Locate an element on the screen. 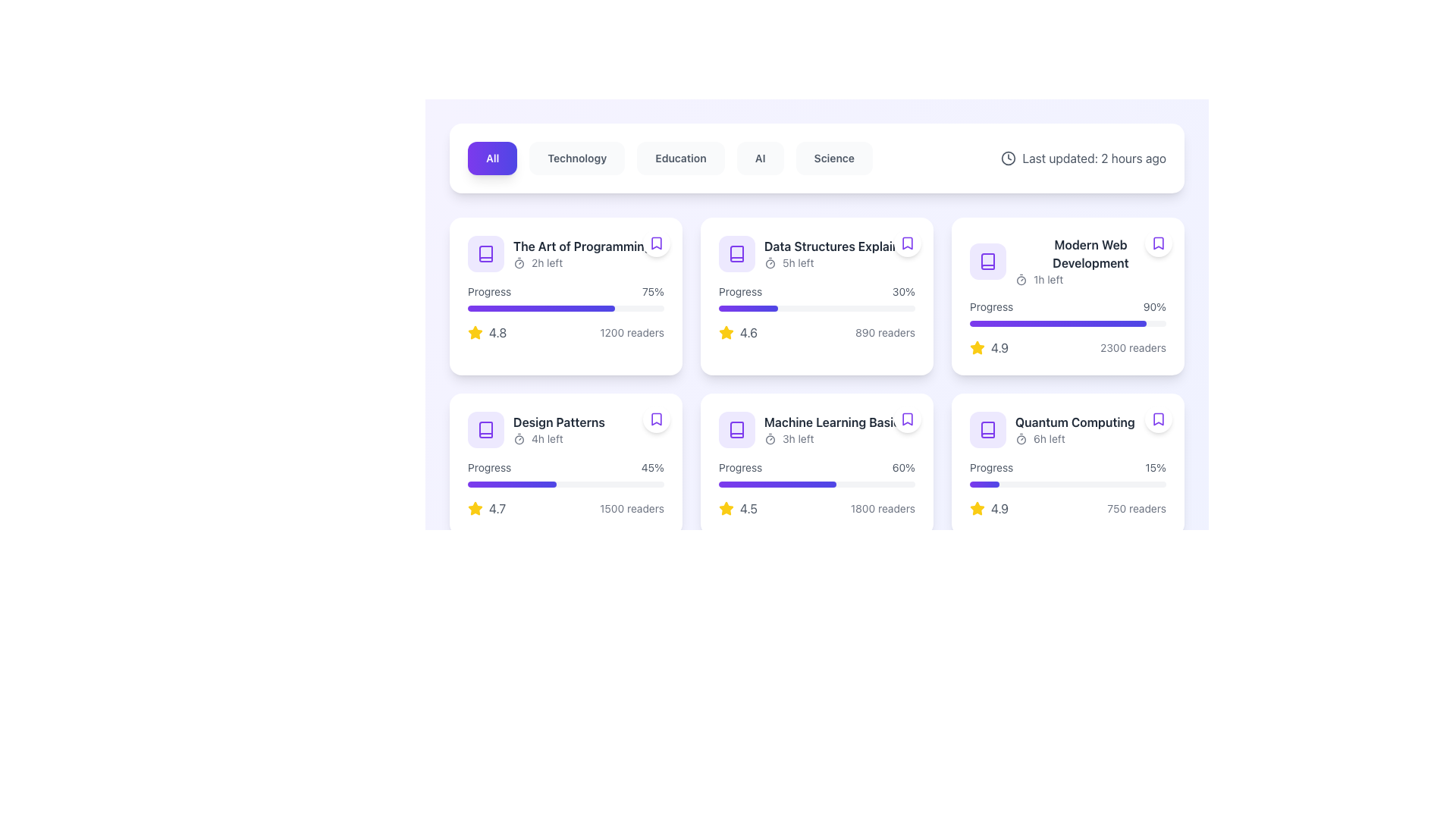 Image resolution: width=1456 pixels, height=819 pixels. displayed text from the informative label located in the third card of the first row, which provides the title of the content and the time remaining is located at coordinates (1090, 260).